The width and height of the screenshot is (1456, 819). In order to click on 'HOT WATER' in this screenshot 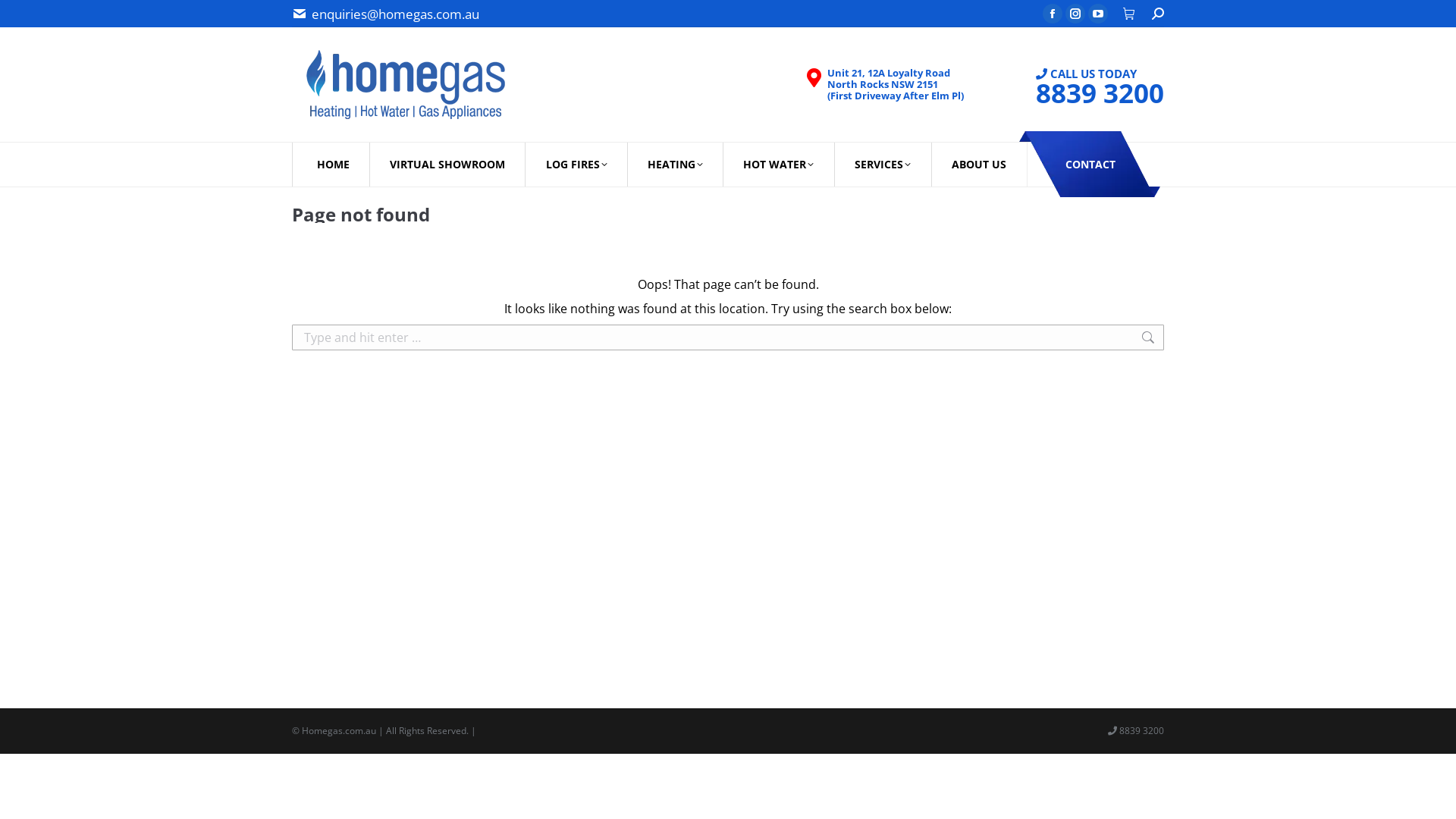, I will do `click(779, 164)`.